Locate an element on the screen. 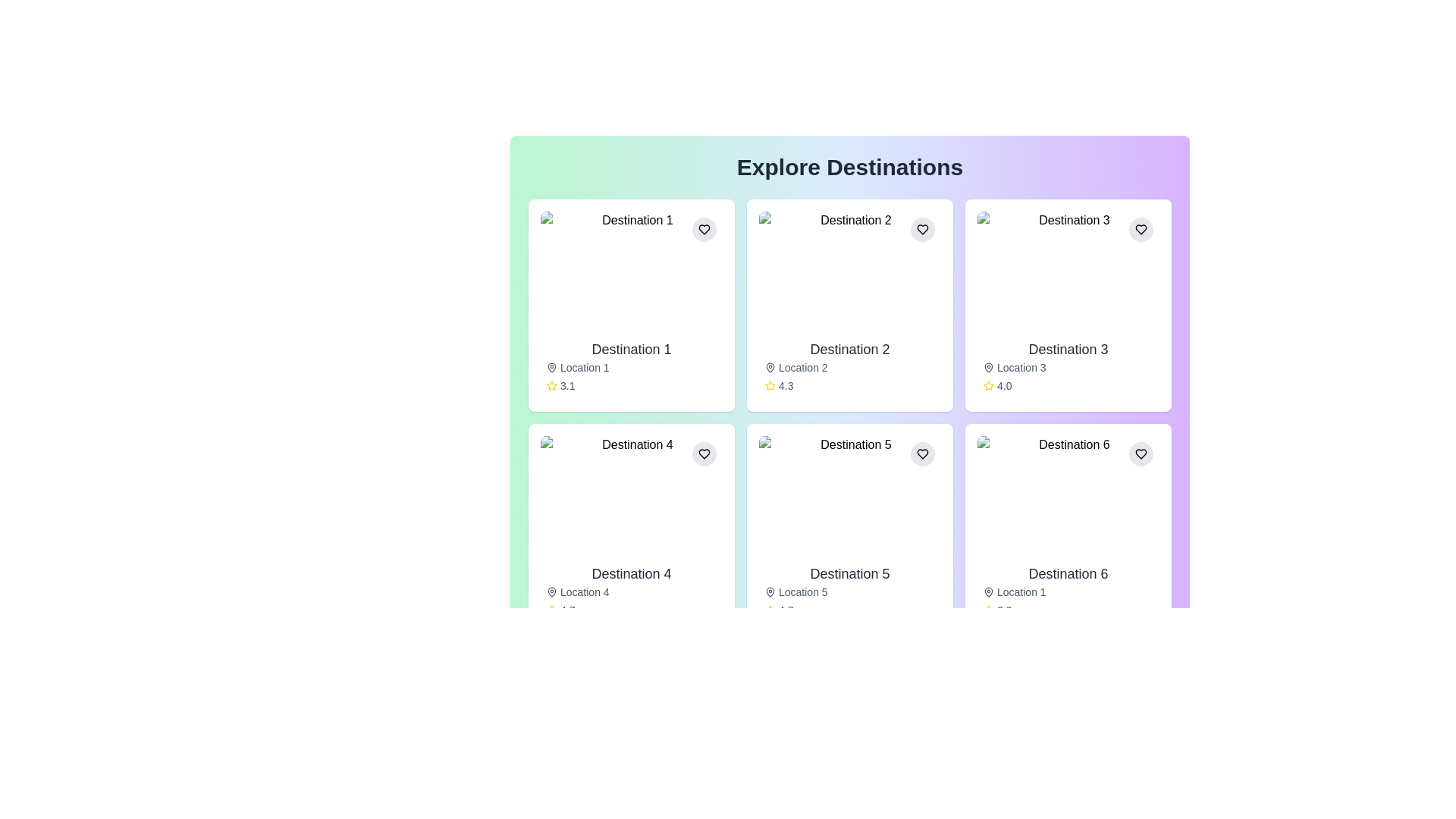  the favorite button located in the top-right corner of the card labeled 'Destination 5' to change its background color is located at coordinates (922, 453).